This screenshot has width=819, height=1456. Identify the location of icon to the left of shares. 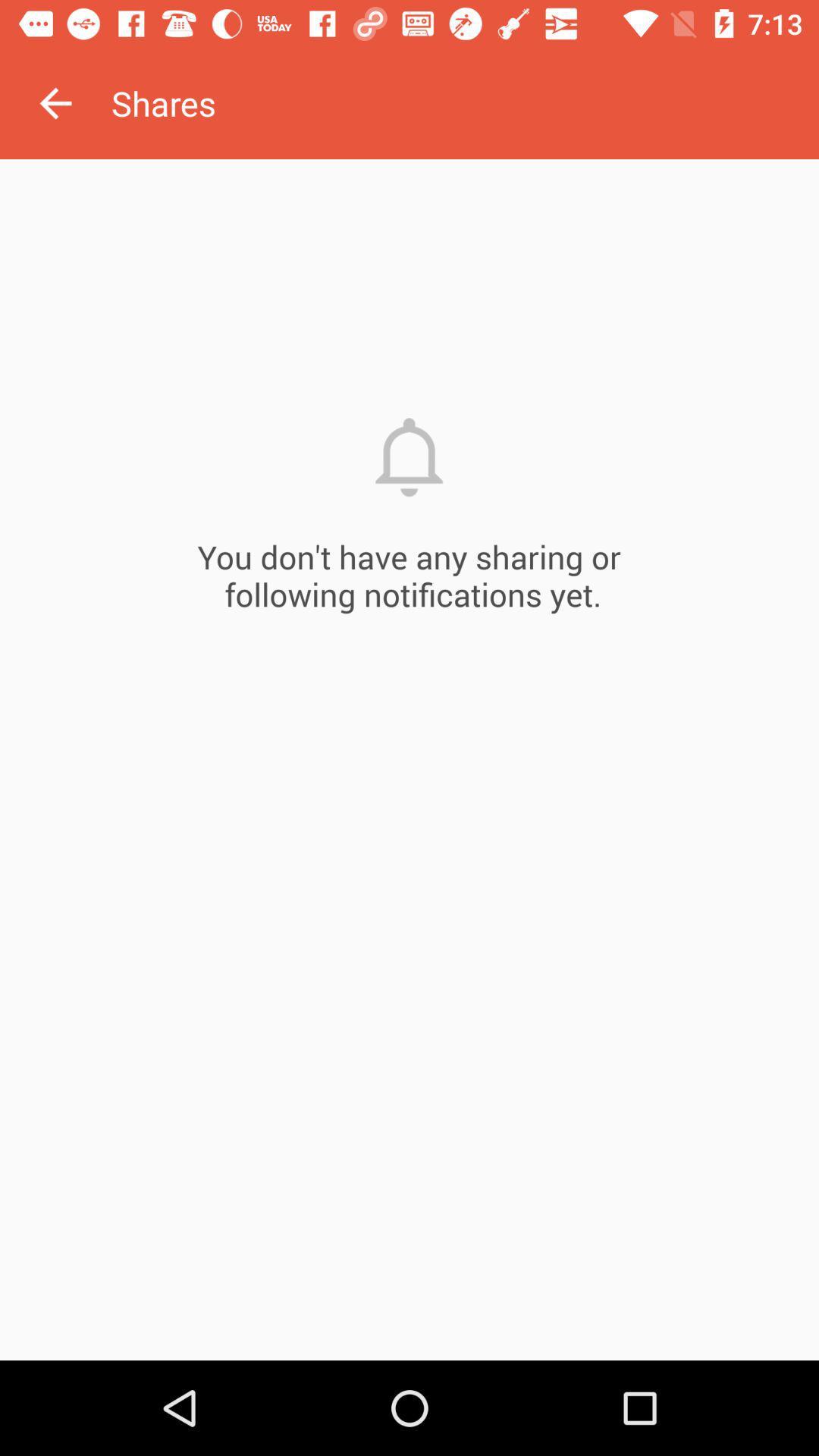
(55, 102).